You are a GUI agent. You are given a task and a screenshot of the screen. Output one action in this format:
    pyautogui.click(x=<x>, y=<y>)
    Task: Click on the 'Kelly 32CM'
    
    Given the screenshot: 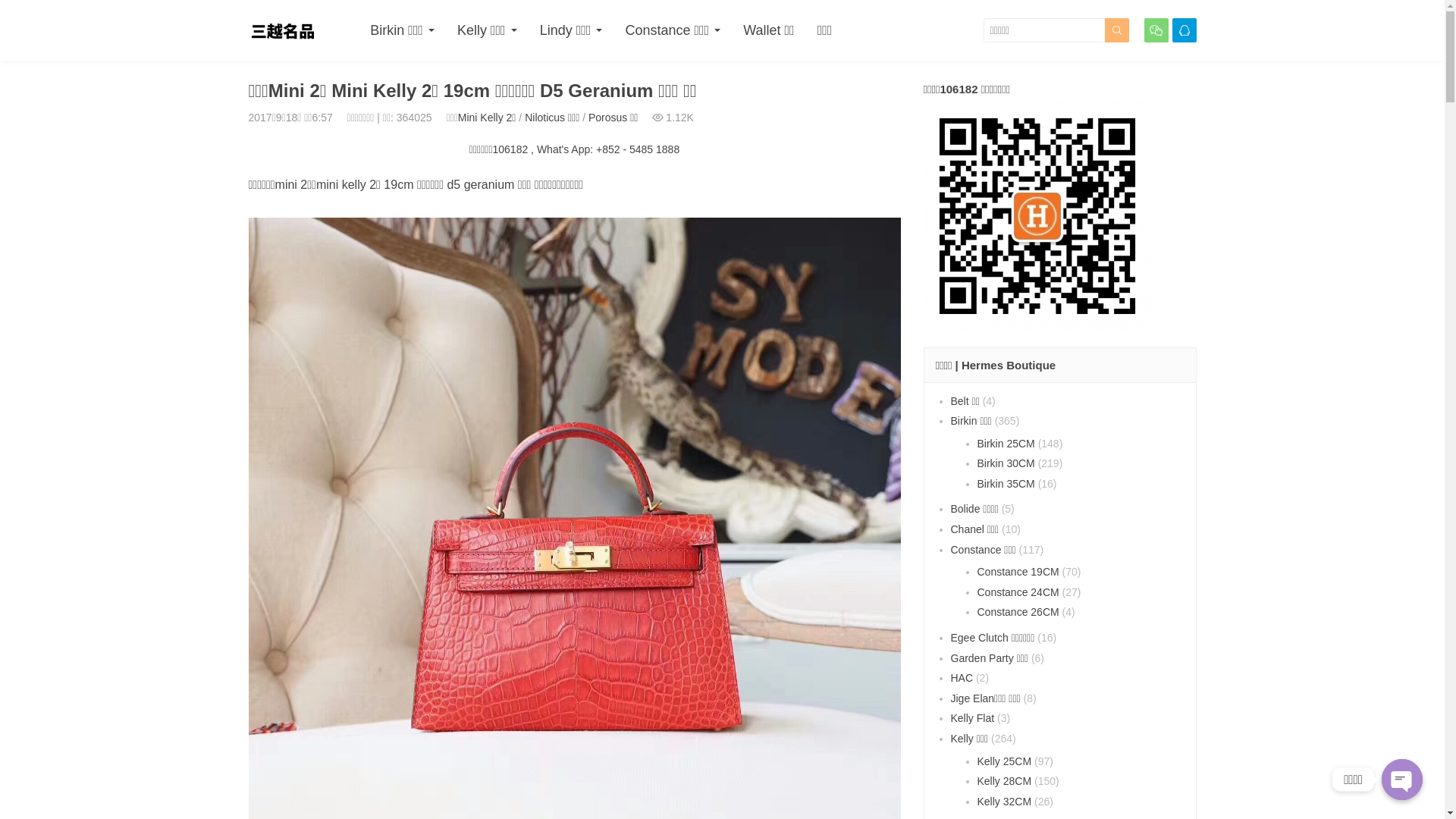 What is the action you would take?
    pyautogui.click(x=1004, y=800)
    